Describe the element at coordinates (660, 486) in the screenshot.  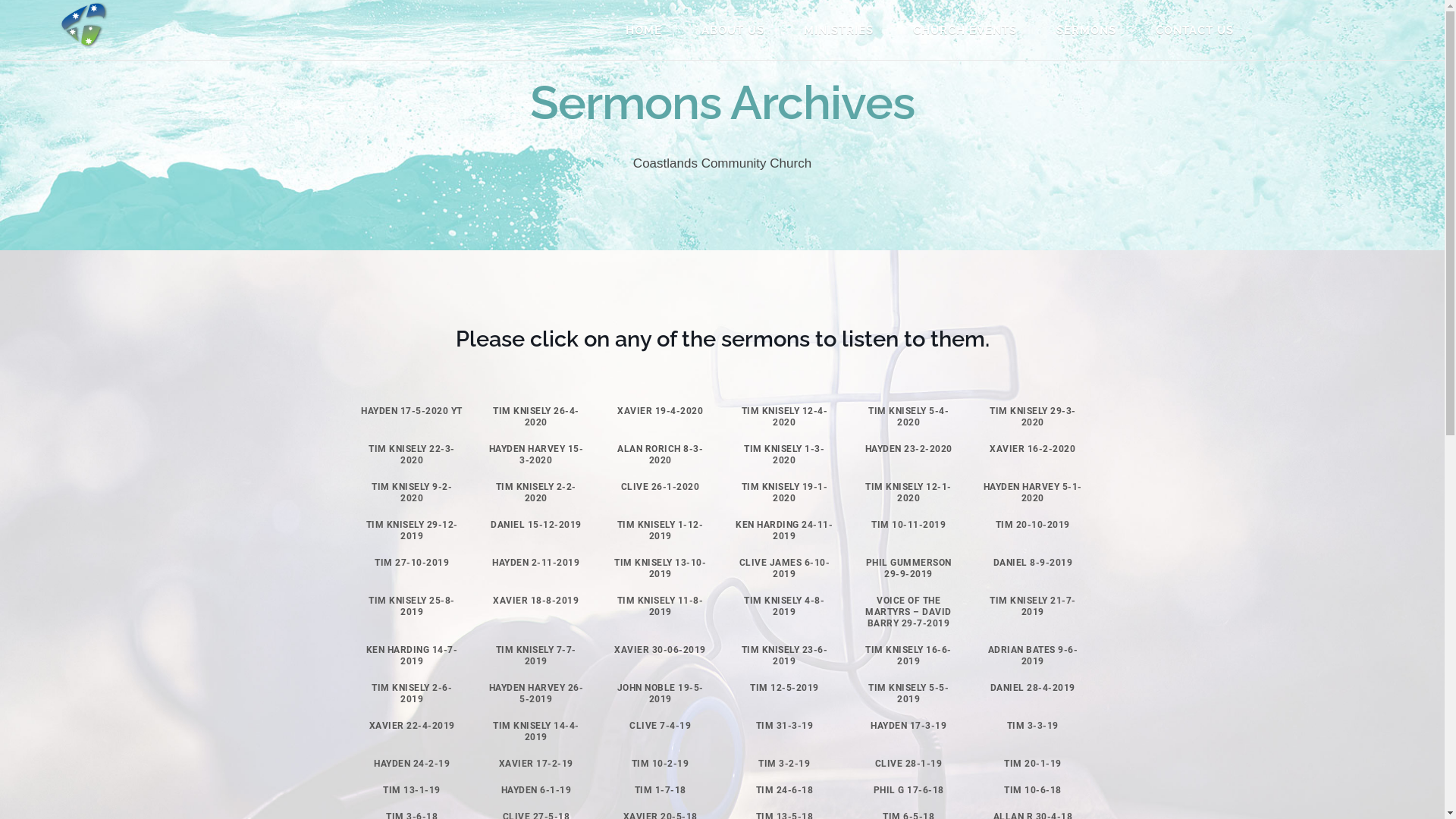
I see `'CLIVE 26-1-2020'` at that location.